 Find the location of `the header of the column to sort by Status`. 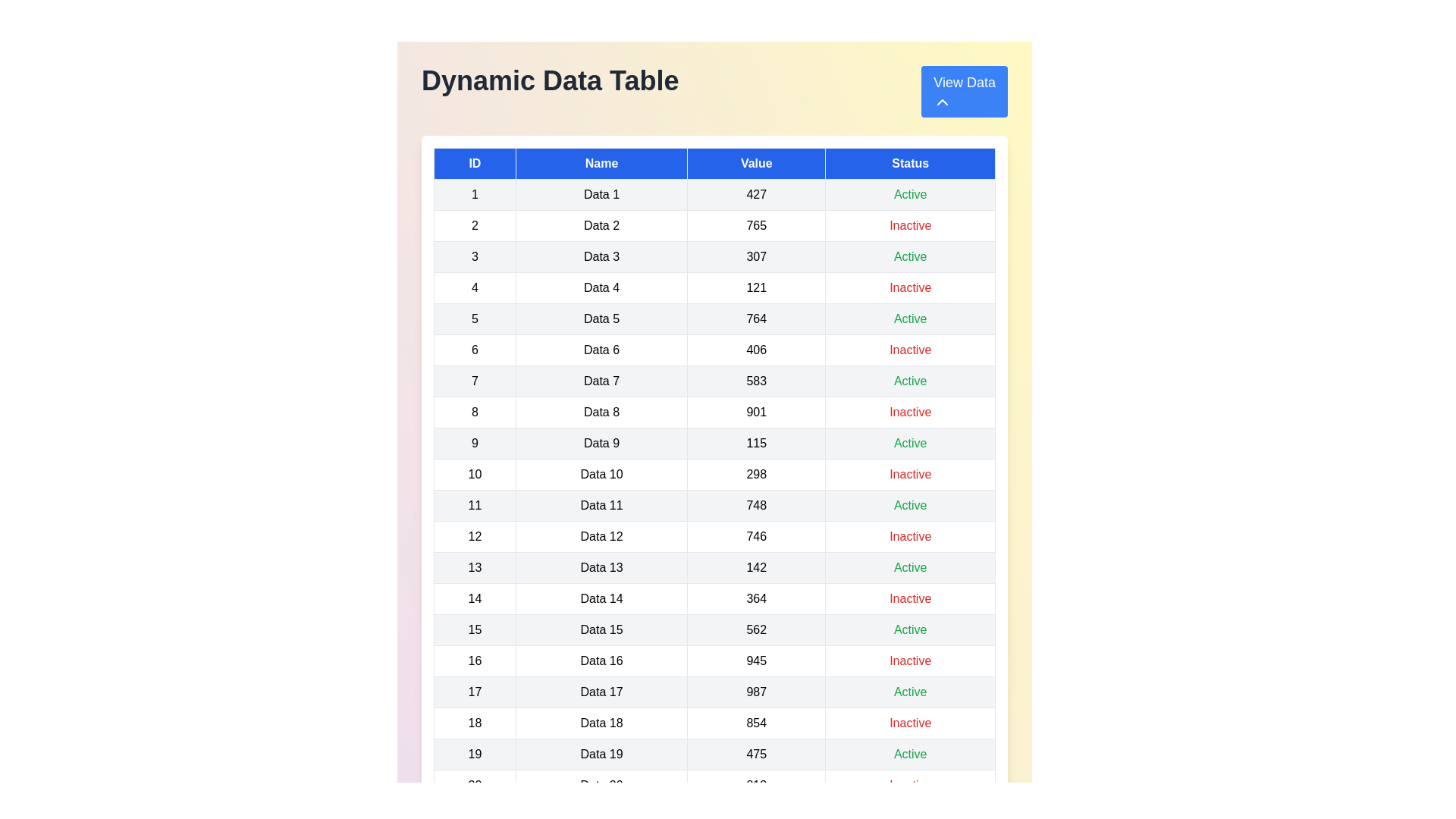

the header of the column to sort by Status is located at coordinates (910, 164).